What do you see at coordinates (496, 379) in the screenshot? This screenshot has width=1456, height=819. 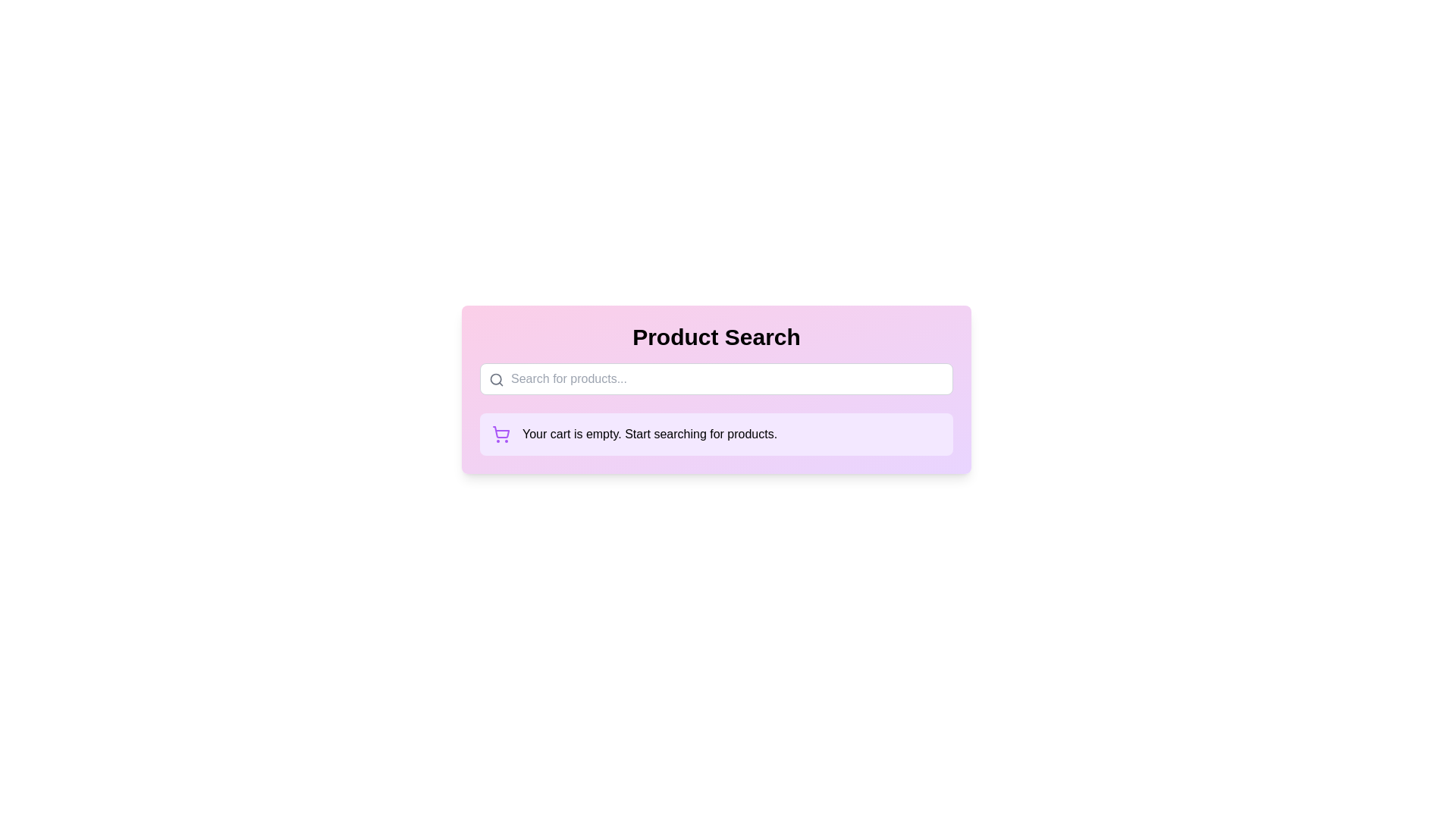 I see `the Search icon located on the left side of the search input field` at bounding box center [496, 379].